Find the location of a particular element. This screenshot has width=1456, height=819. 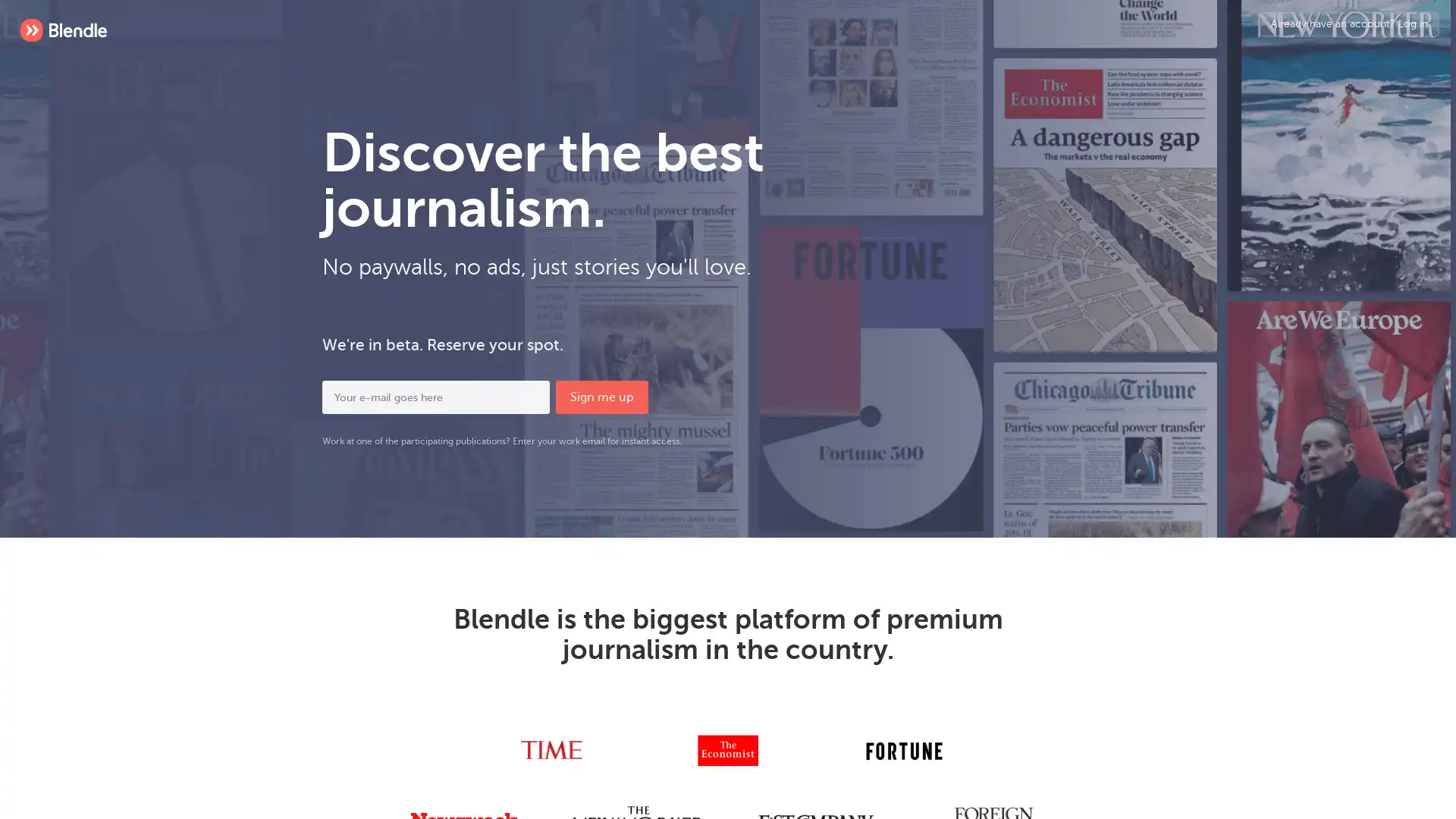

Sign me up is located at coordinates (601, 397).